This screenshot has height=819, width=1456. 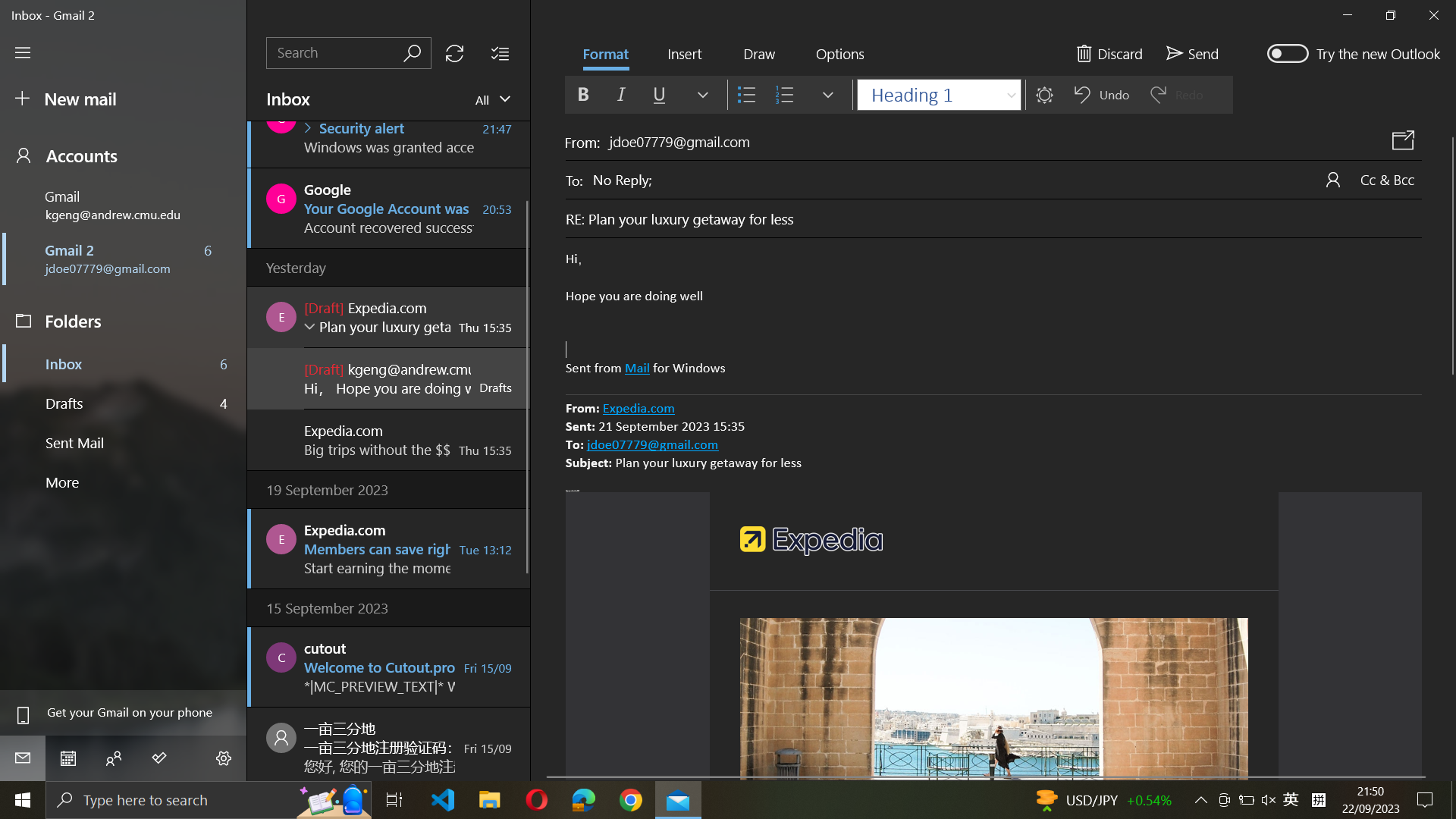 What do you see at coordinates (121, 99) in the screenshot?
I see `Start drafting a new email` at bounding box center [121, 99].